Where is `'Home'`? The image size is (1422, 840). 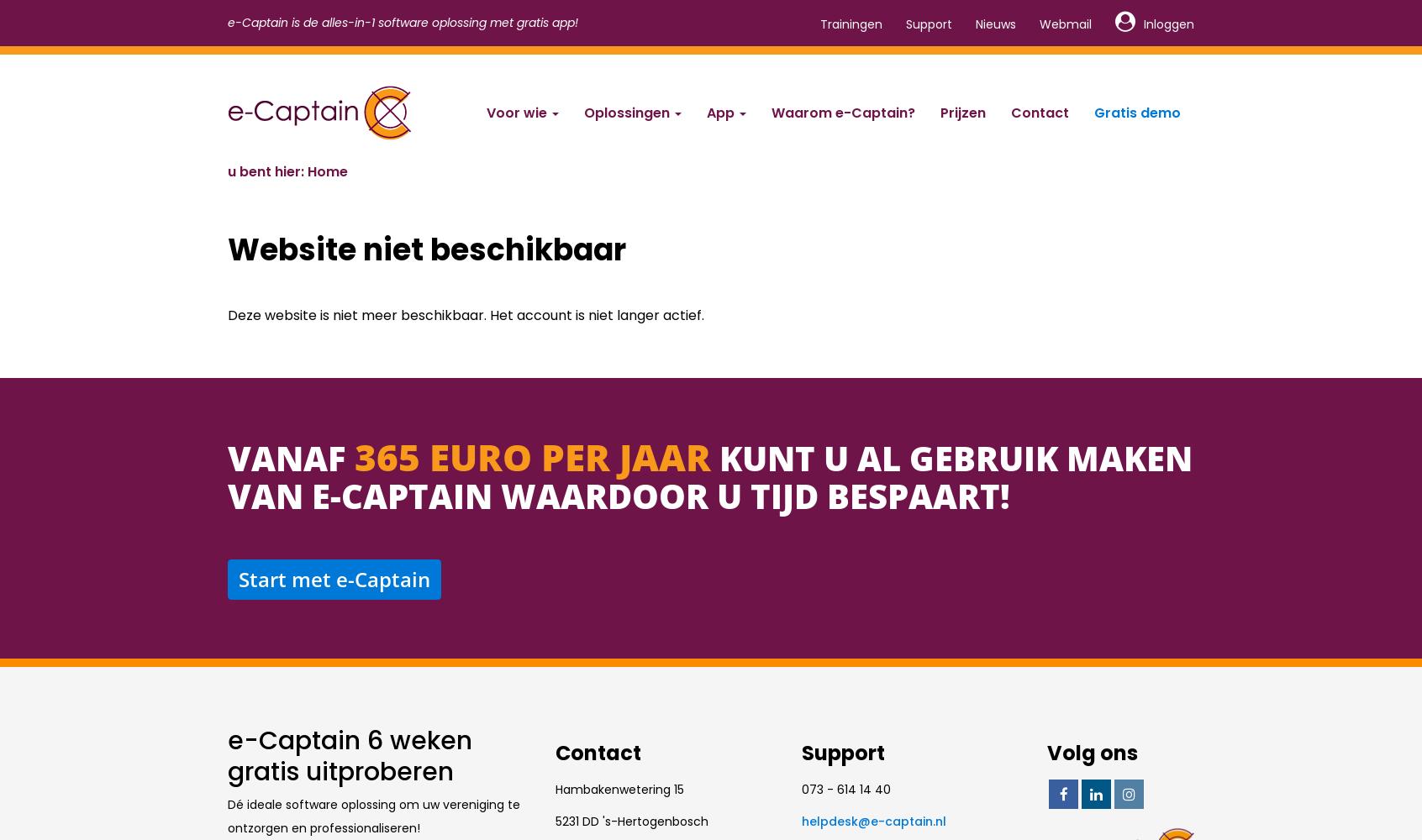
'Home' is located at coordinates (328, 171).